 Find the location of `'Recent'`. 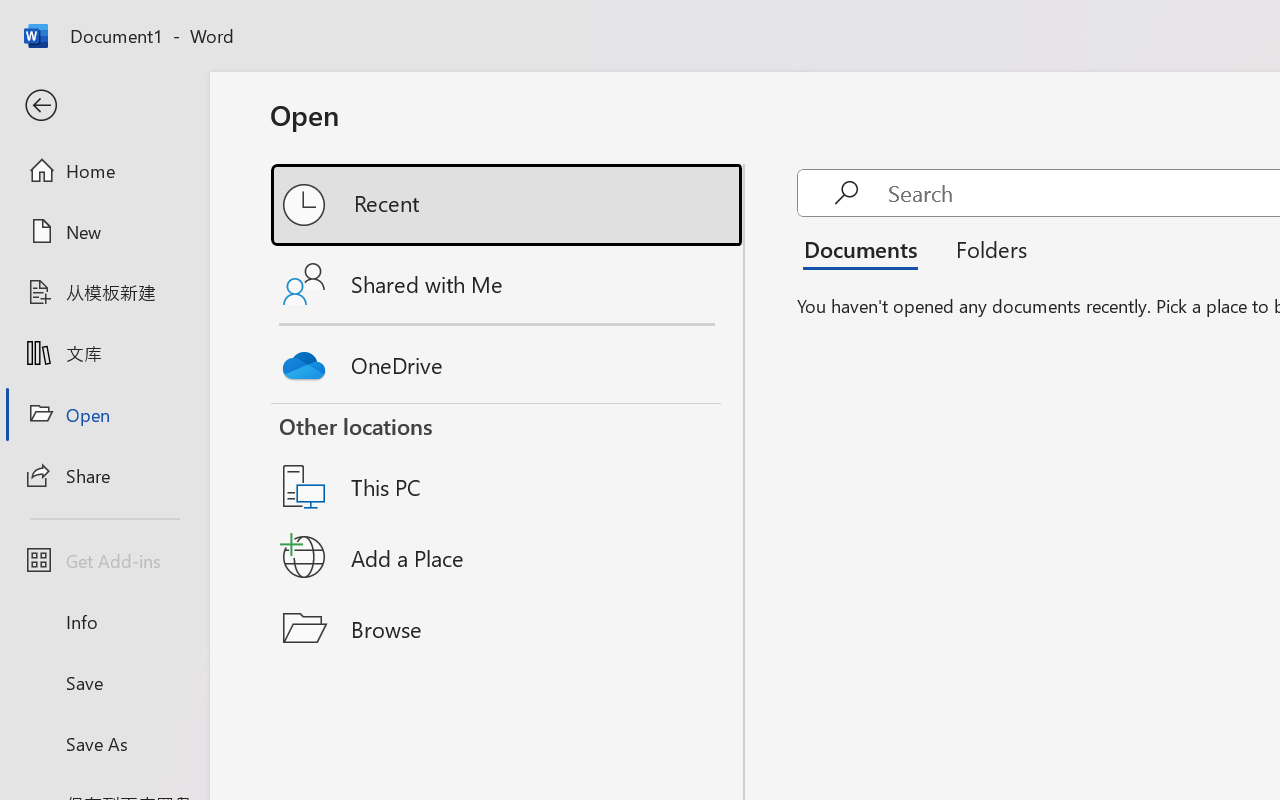

'Recent' is located at coordinates (508, 205).